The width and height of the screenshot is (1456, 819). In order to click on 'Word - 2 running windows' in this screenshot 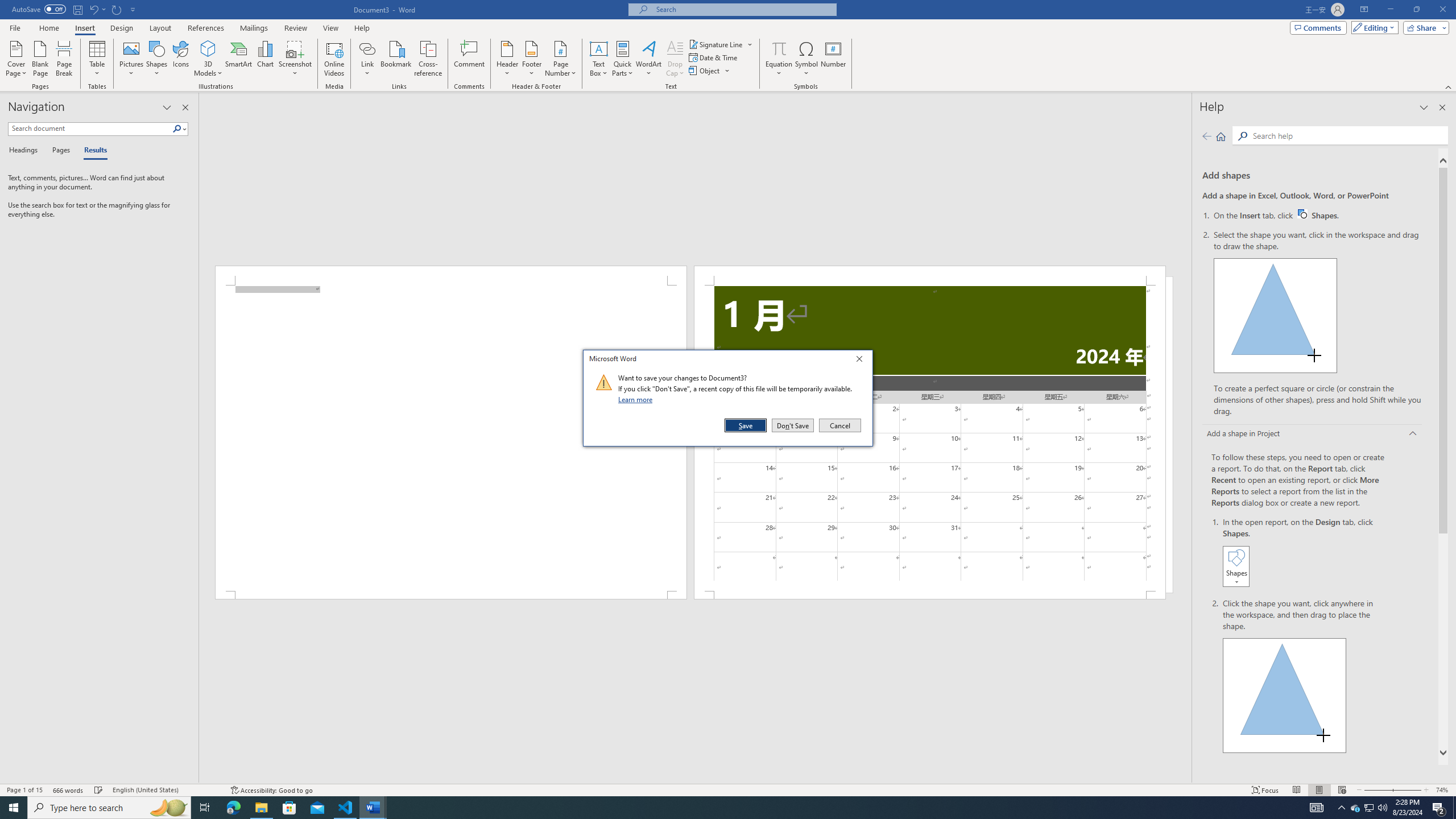, I will do `click(373, 806)`.